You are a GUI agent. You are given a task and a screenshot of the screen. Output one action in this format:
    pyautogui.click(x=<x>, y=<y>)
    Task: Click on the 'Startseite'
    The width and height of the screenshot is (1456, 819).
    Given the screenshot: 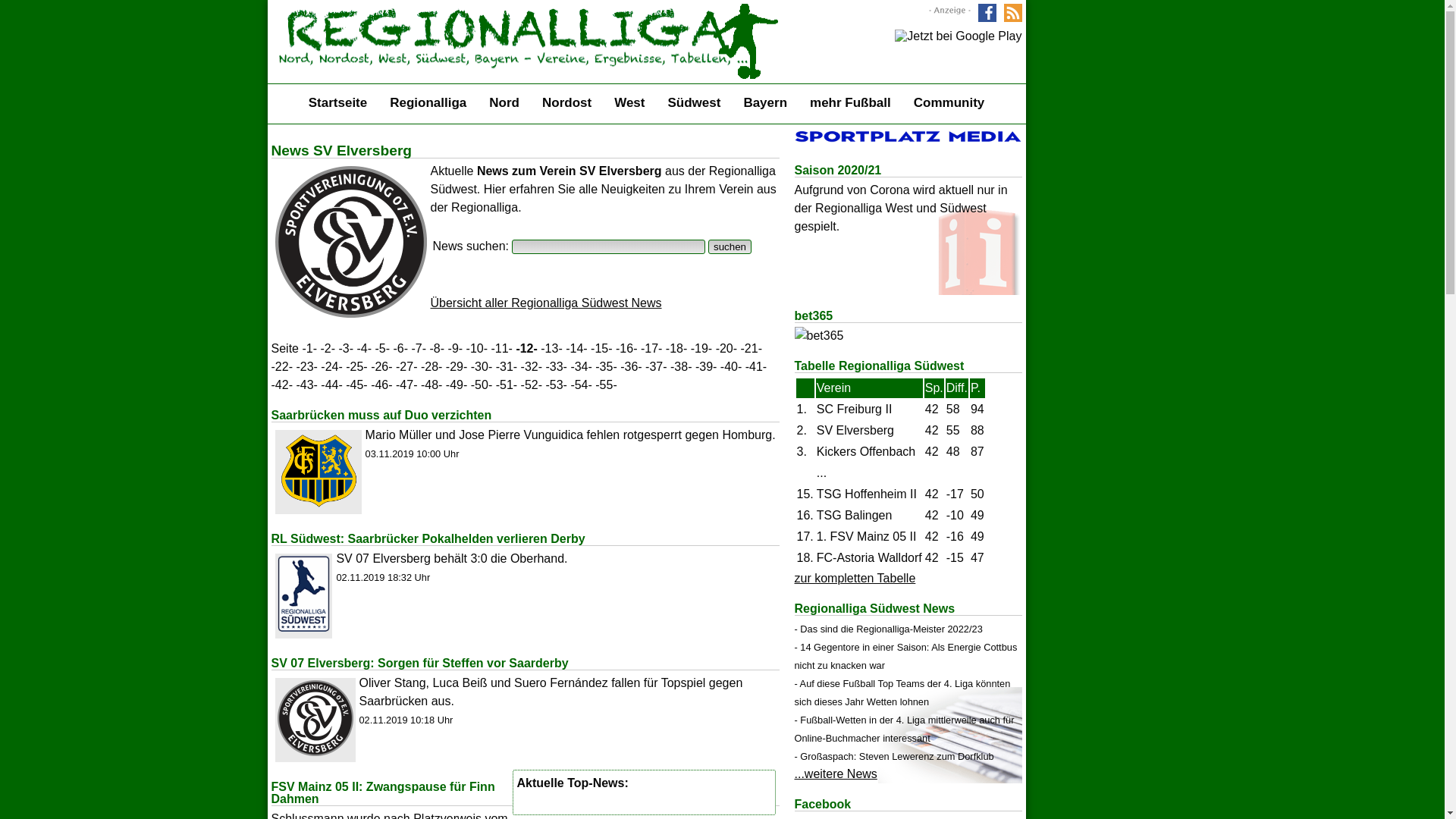 What is the action you would take?
    pyautogui.click(x=525, y=74)
    